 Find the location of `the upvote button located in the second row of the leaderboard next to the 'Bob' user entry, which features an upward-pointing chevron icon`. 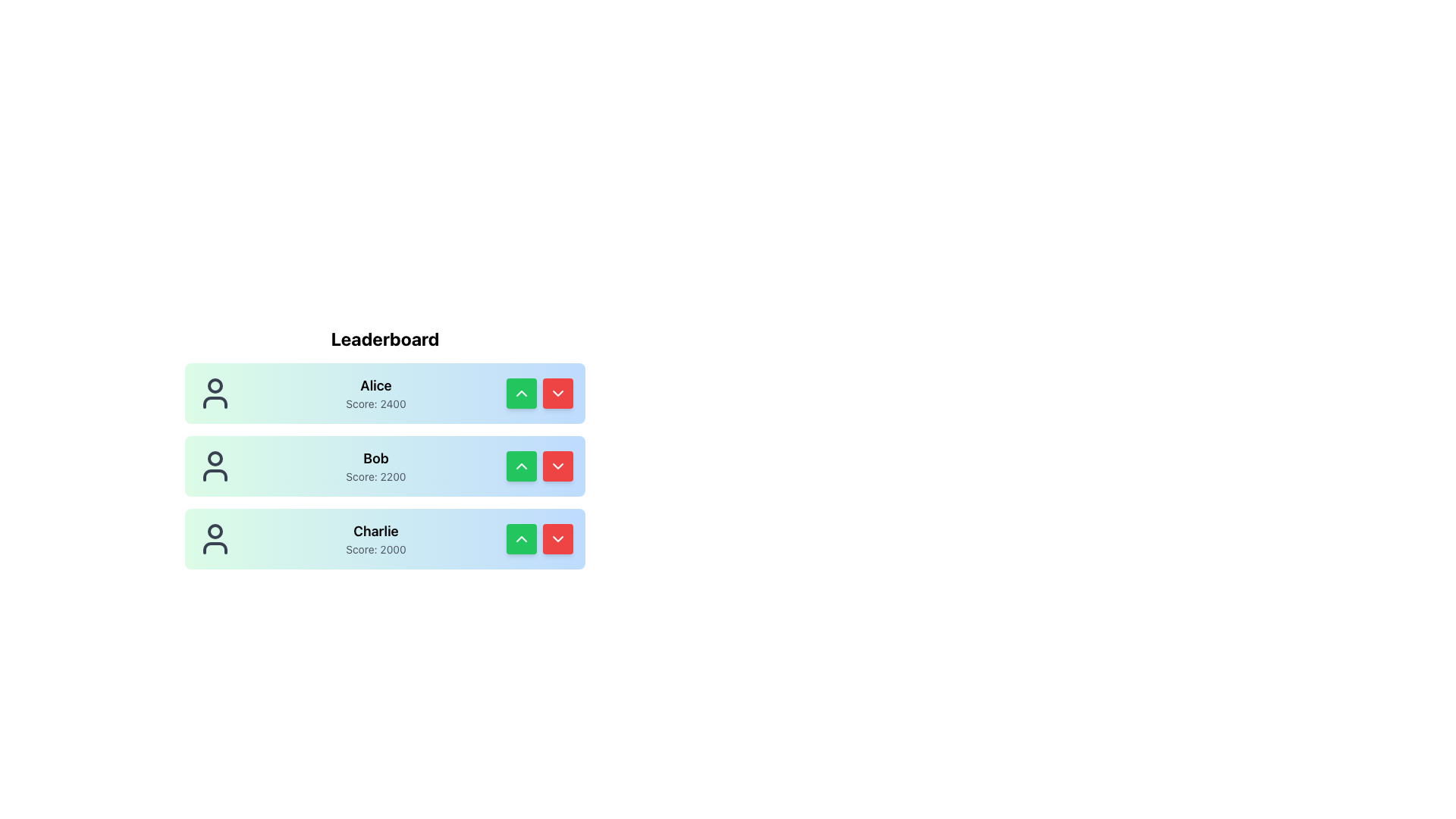

the upvote button located in the second row of the leaderboard next to the 'Bob' user entry, which features an upward-pointing chevron icon is located at coordinates (521, 465).